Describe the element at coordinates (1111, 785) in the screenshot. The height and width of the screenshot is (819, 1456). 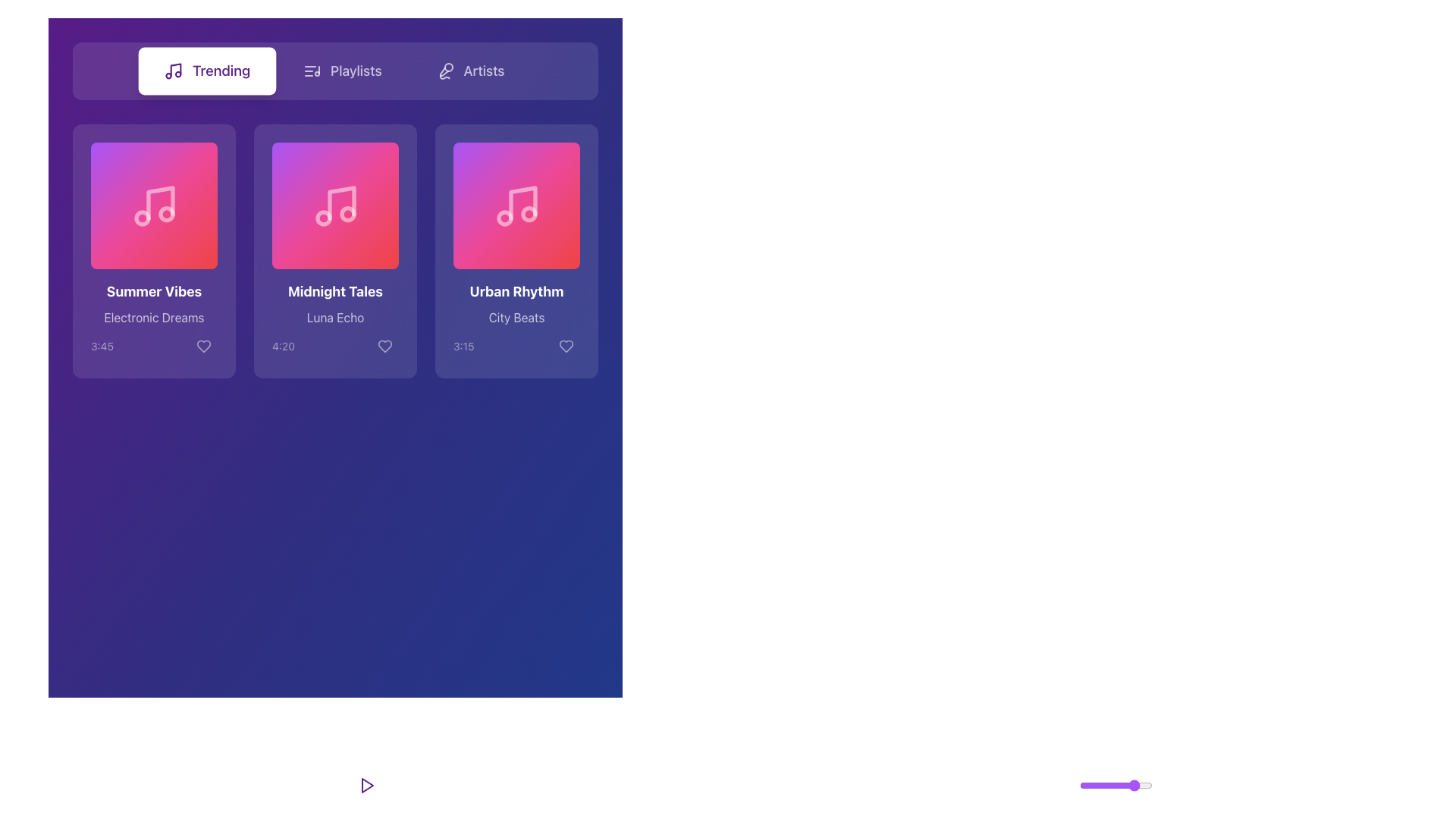
I see `the slider` at that location.